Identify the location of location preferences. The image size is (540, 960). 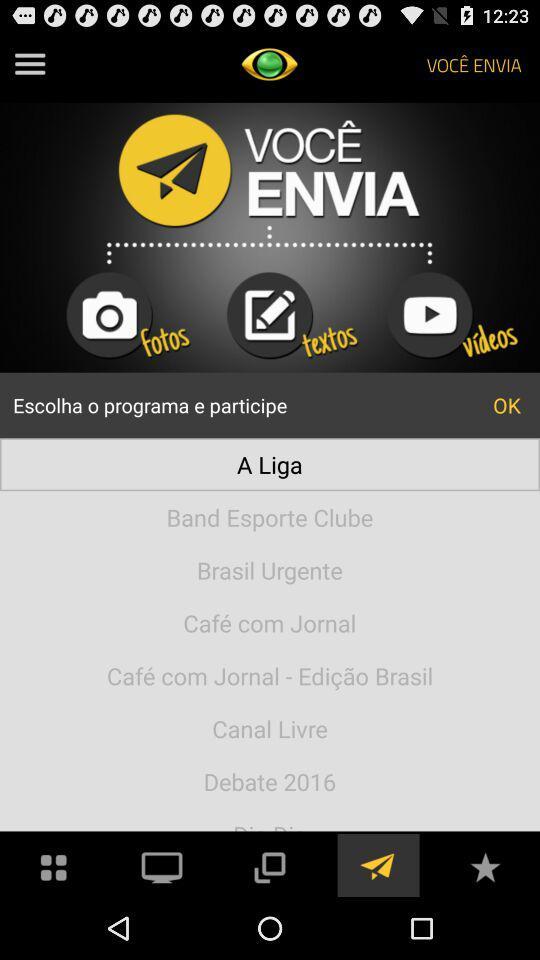
(377, 864).